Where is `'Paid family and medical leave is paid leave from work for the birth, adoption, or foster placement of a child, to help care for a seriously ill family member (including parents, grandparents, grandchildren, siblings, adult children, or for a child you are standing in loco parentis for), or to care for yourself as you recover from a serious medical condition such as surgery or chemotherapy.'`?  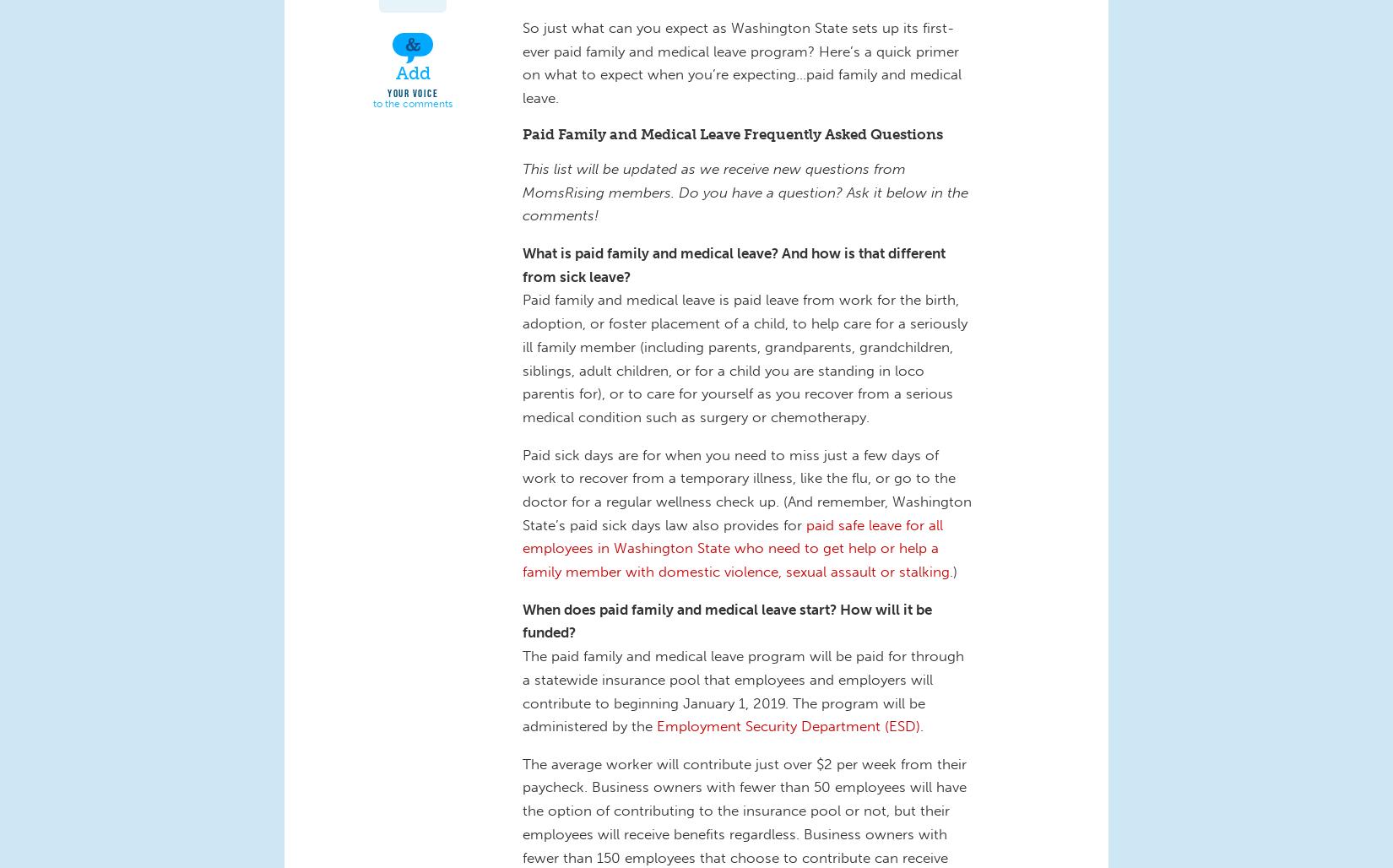
'Paid family and medical leave is paid leave from work for the birth, adoption, or foster placement of a child, to help care for a seriously ill family member (including parents, grandparents, grandchildren, siblings, adult children, or for a child you are standing in loco parentis for), or to care for yourself as you recover from a serious medical condition such as surgery or chemotherapy.' is located at coordinates (522, 358).